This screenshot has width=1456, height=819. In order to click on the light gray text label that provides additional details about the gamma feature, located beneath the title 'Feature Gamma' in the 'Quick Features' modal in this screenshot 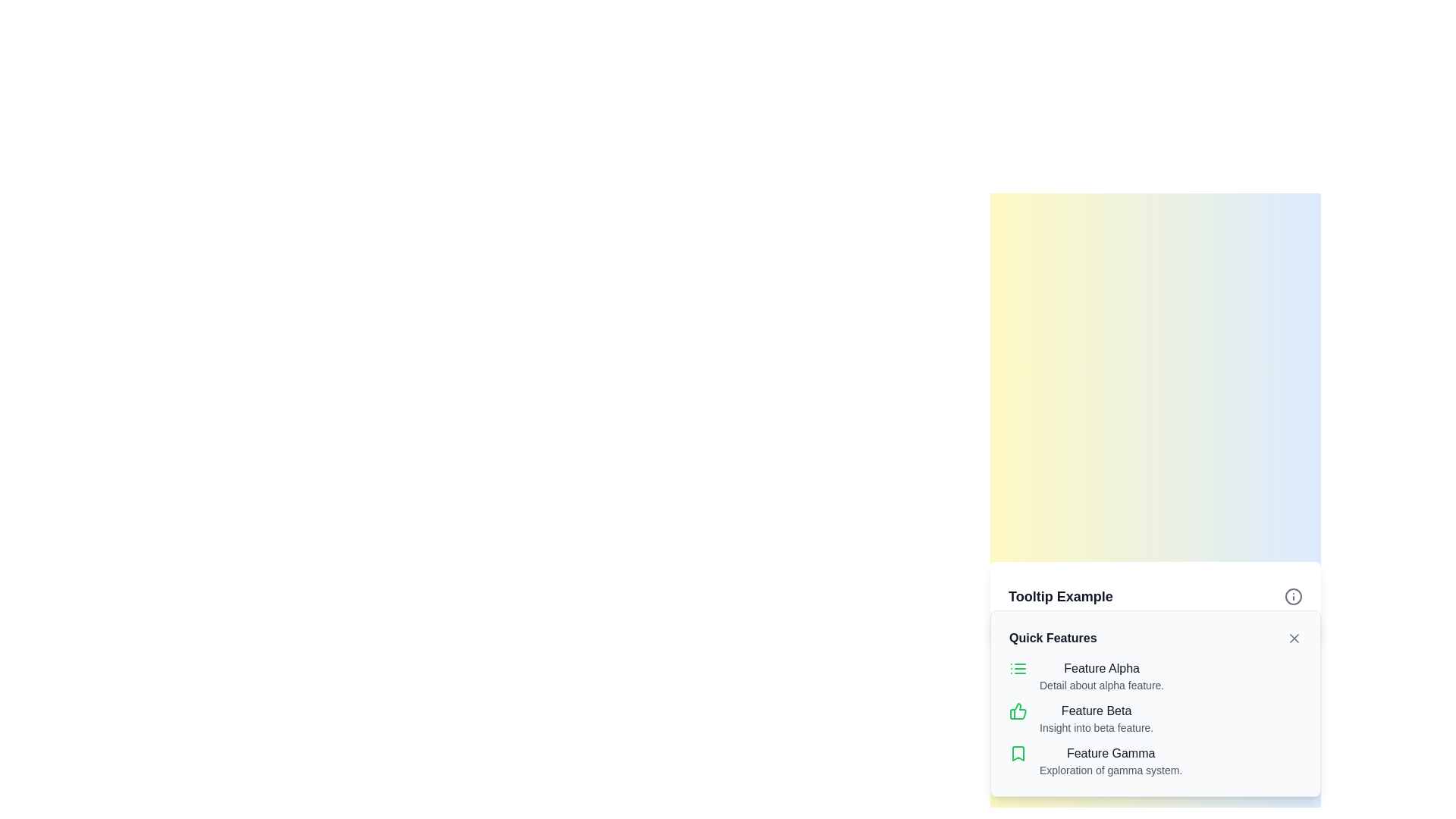, I will do `click(1111, 770)`.